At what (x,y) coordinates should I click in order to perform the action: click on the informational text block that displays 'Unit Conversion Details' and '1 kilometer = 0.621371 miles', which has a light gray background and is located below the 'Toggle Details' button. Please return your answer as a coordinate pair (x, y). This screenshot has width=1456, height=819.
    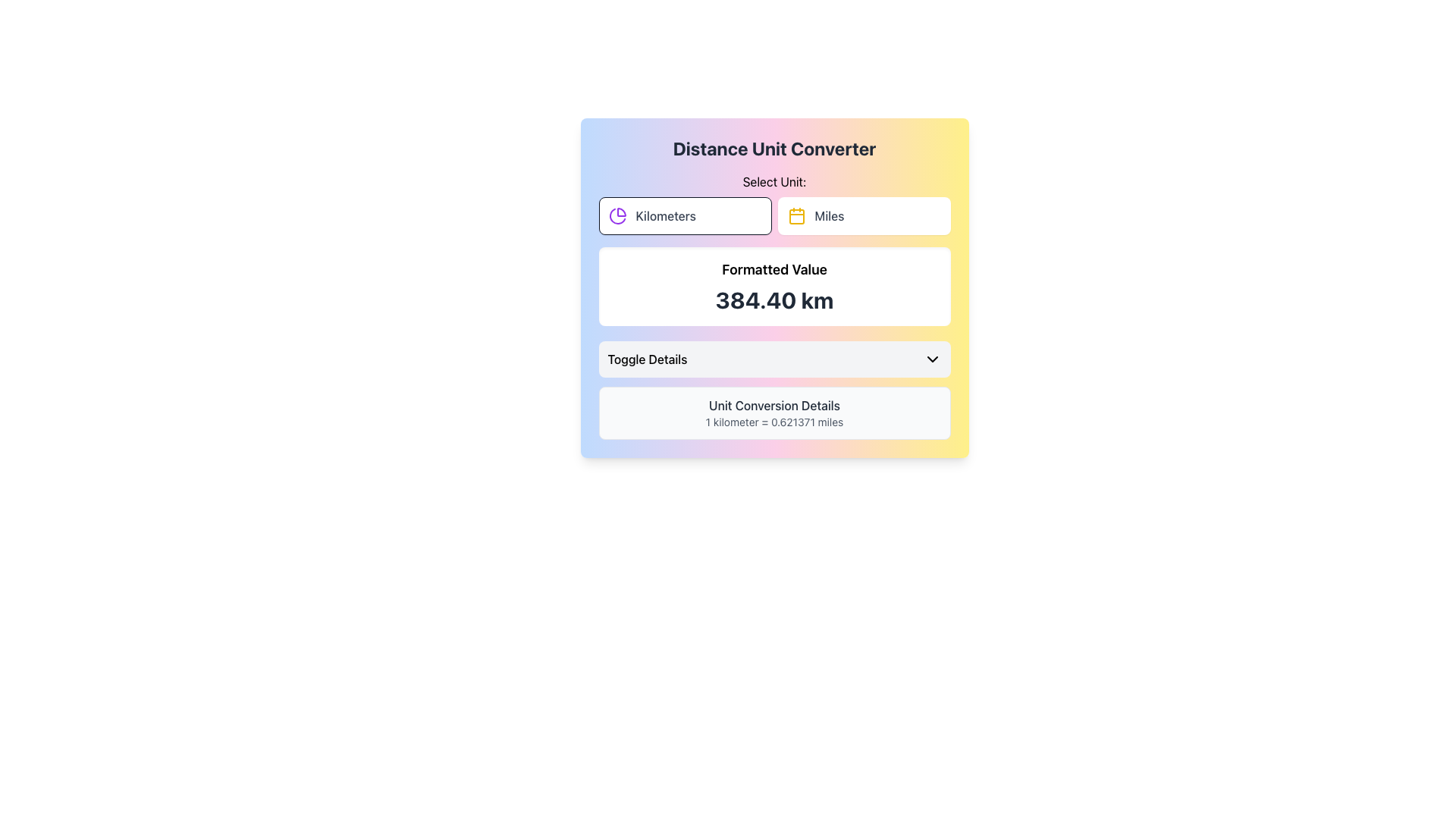
    Looking at the image, I should click on (774, 413).